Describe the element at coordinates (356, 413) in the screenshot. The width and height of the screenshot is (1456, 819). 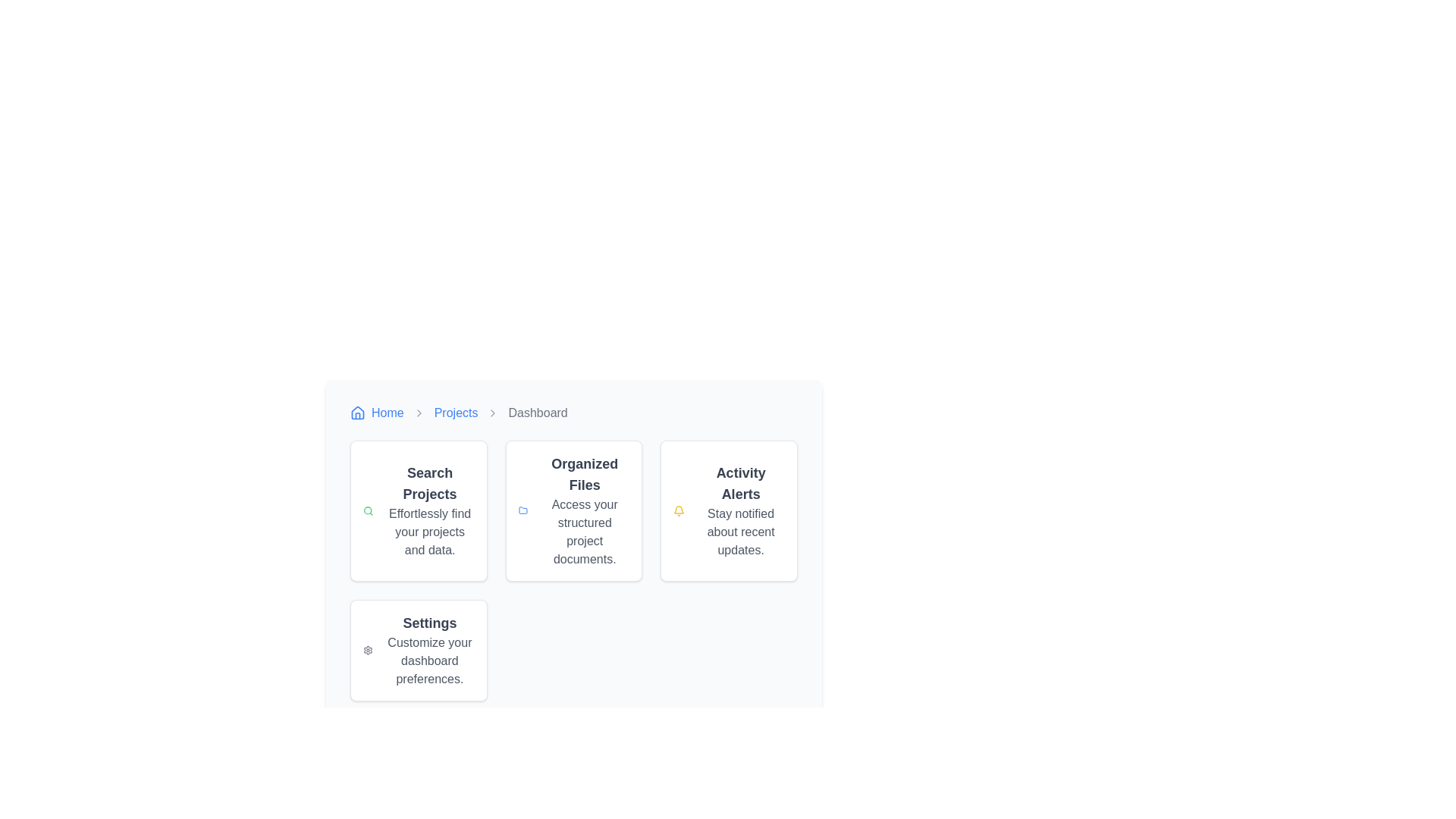
I see `the 'Home' icon in the breadcrumb navigation bar located at the top left region` at that location.